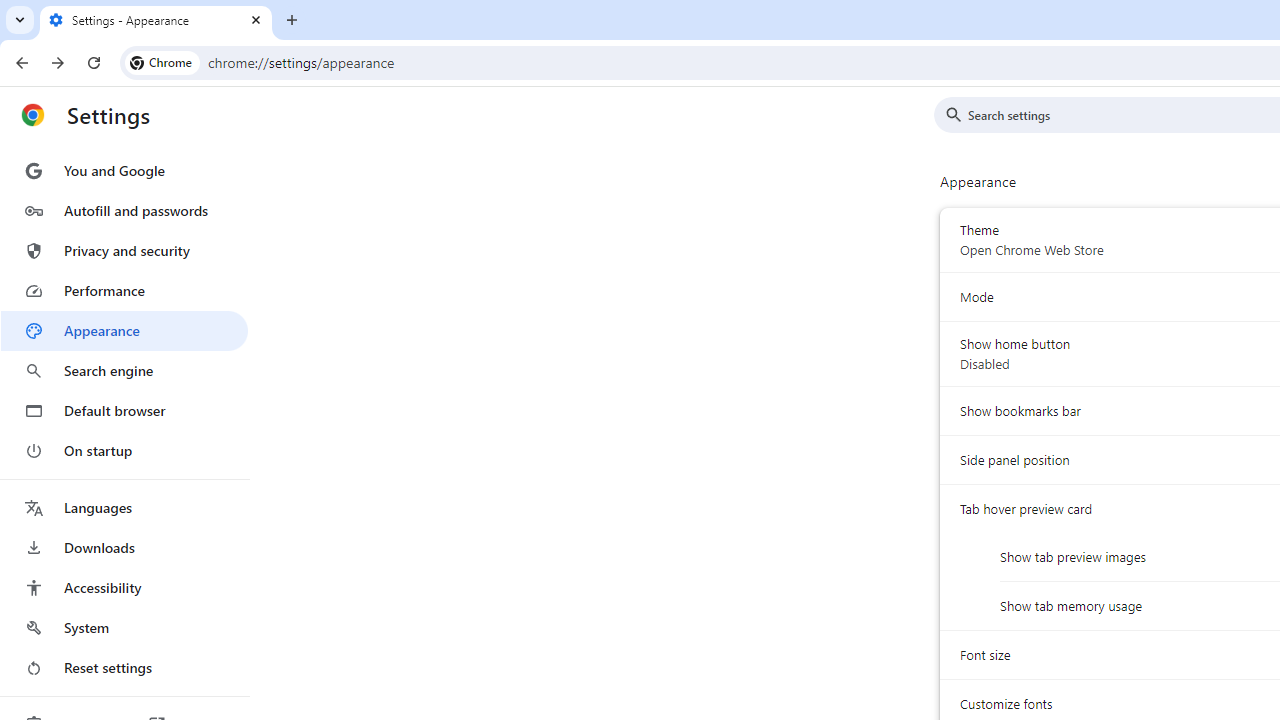  What do you see at coordinates (123, 586) in the screenshot?
I see `'Accessibility'` at bounding box center [123, 586].